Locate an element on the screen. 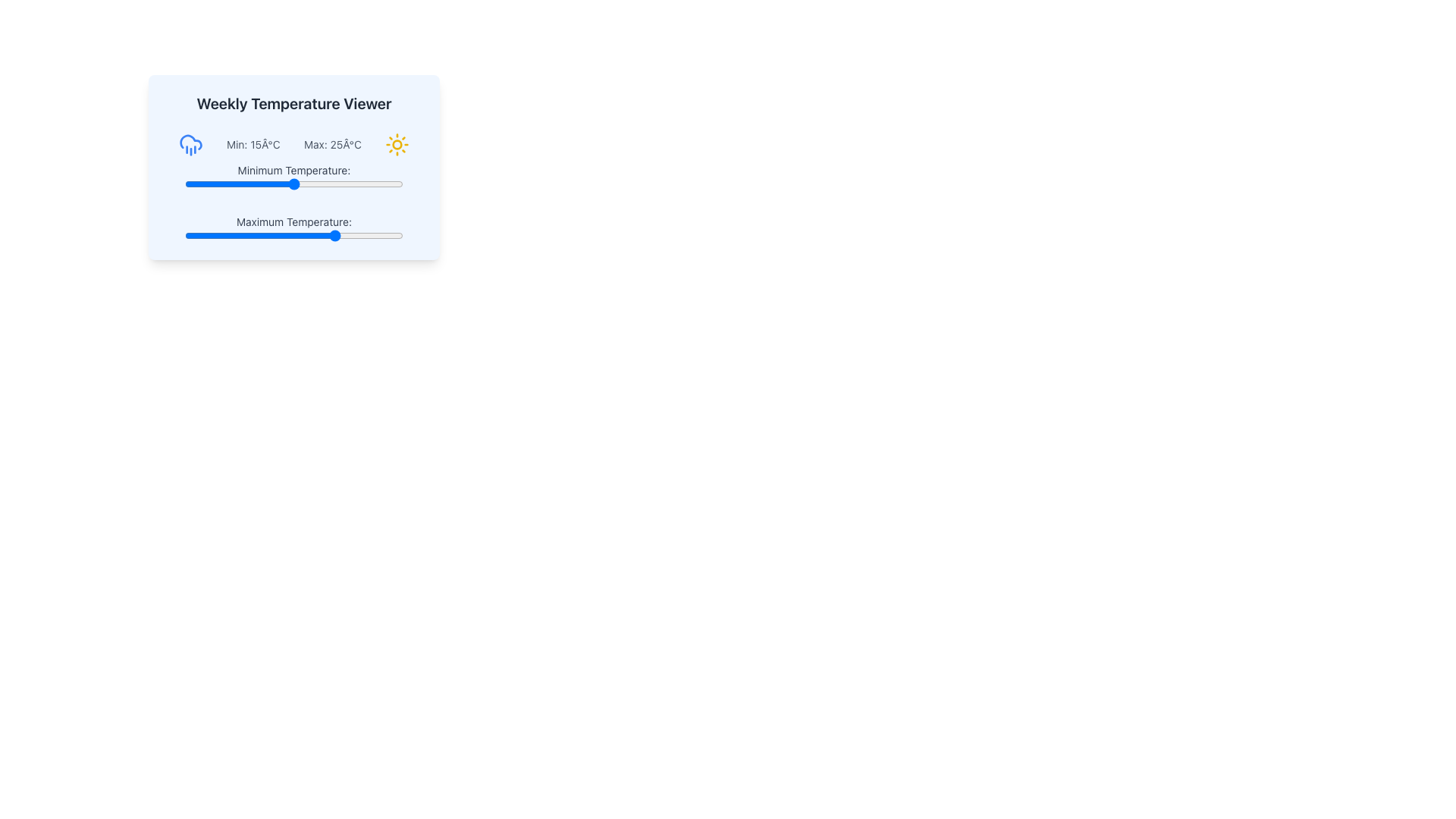 The height and width of the screenshot is (819, 1456). the minimum temperature is located at coordinates (250, 184).